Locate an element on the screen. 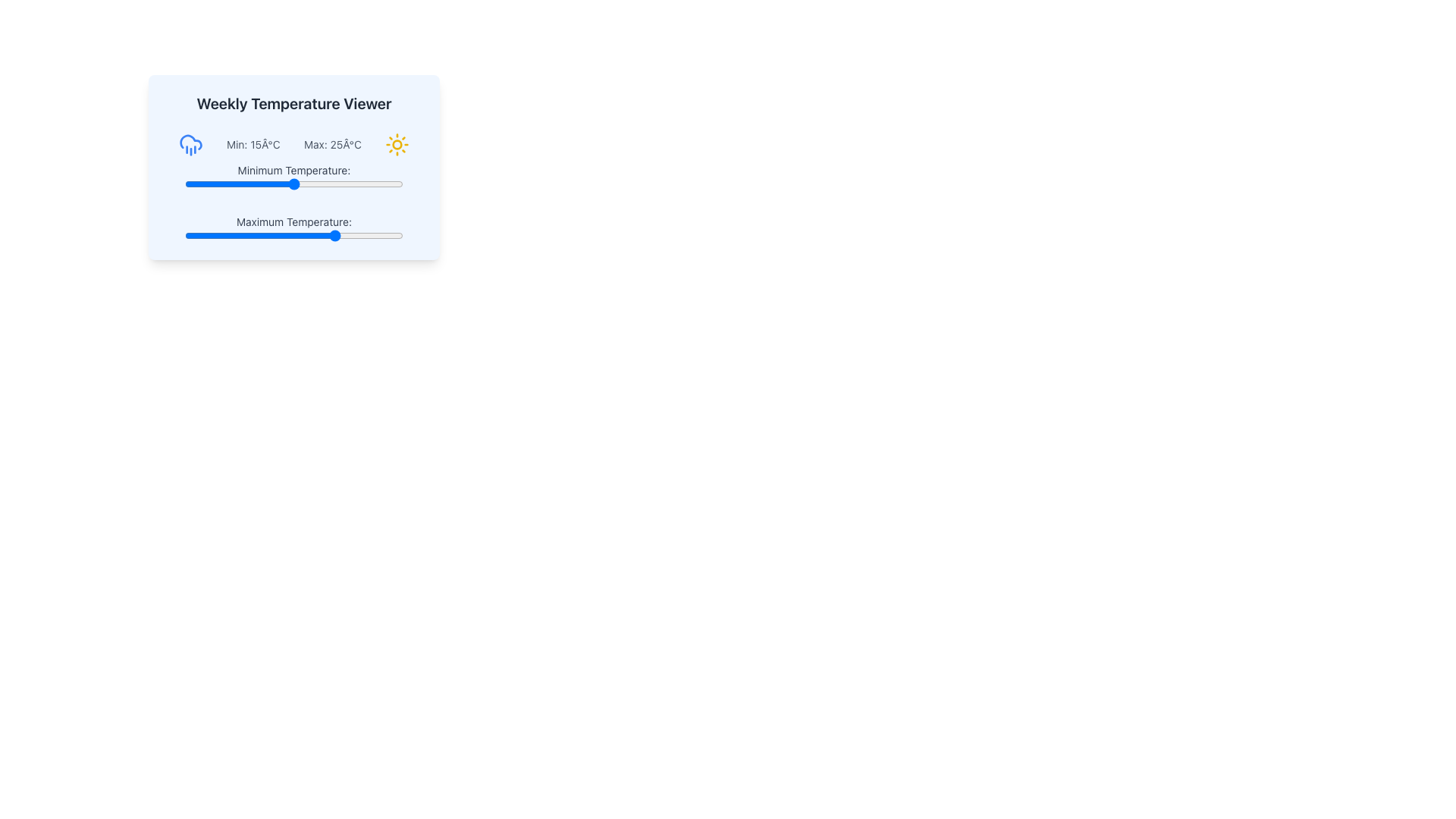 The height and width of the screenshot is (819, 1456). the minimum temperature is located at coordinates (250, 184).